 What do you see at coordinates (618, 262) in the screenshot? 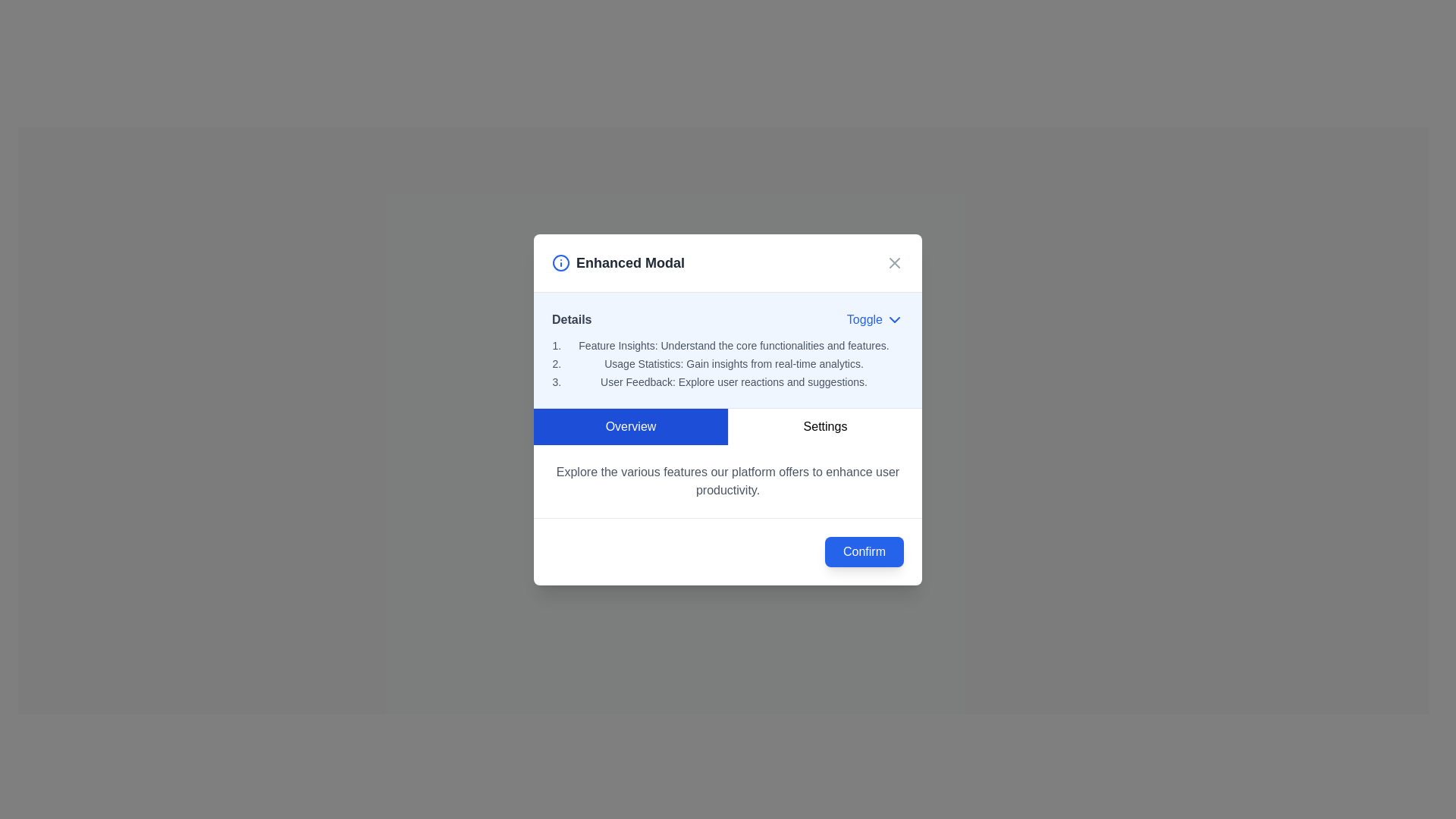
I see `title from the Text Label with Icon located in the top bar of the modal window, which serves as the header and is positioned leftmost among the elements` at bounding box center [618, 262].